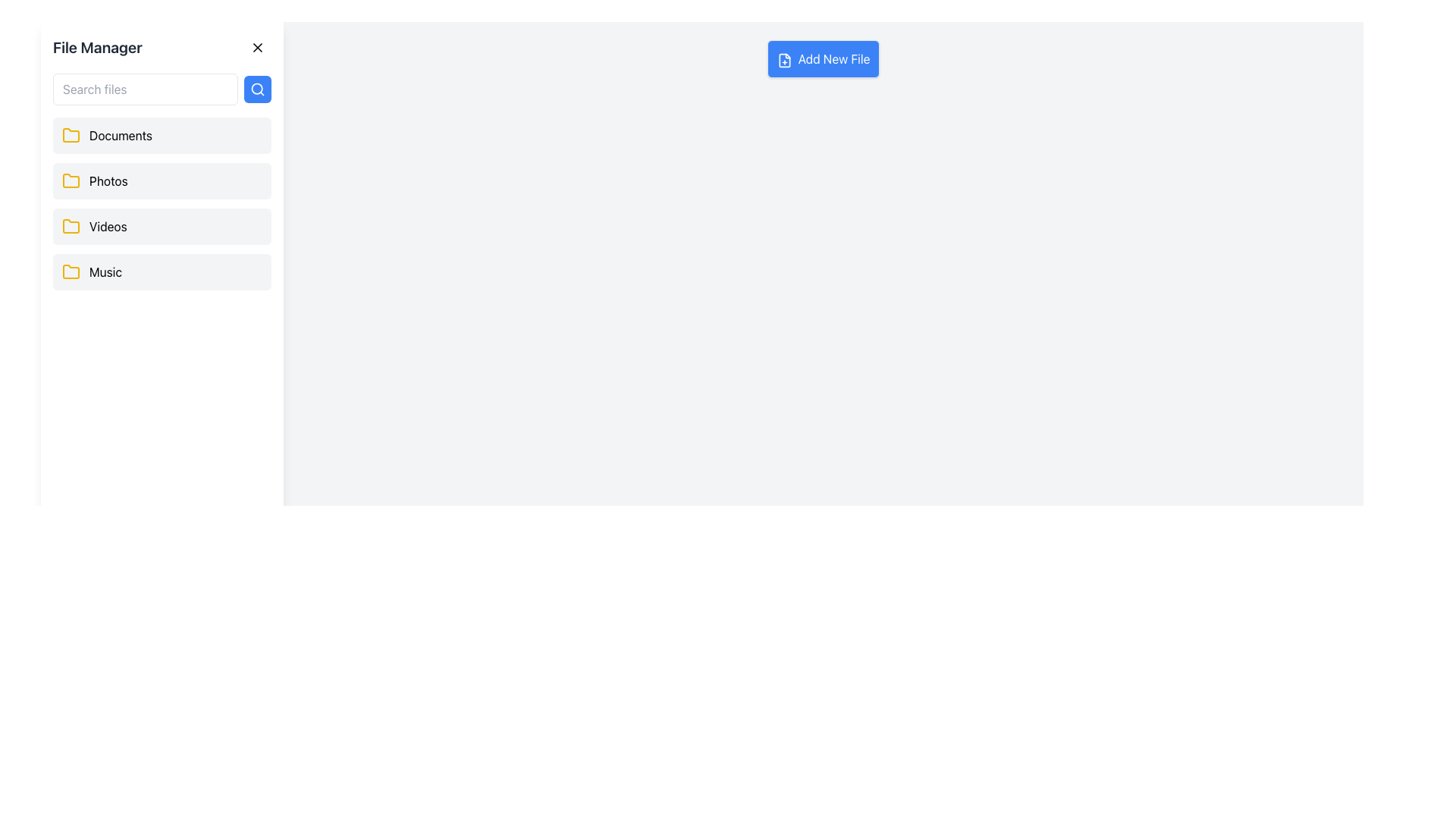 This screenshot has width=1456, height=819. I want to click on the folder icon representing the 'Videos' category, so click(71, 226).